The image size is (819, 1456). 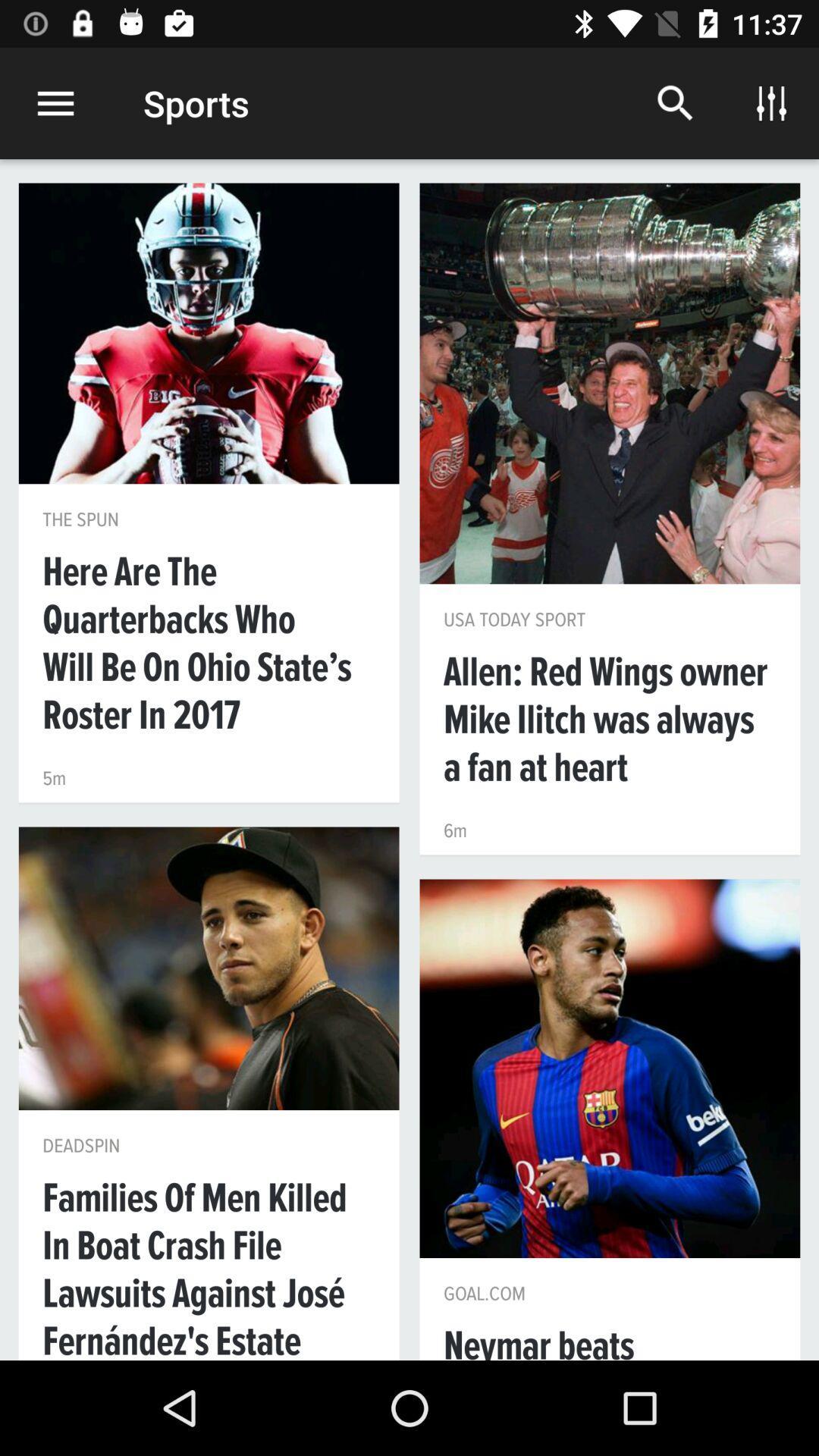 What do you see at coordinates (55, 102) in the screenshot?
I see `the item to the left of sports icon` at bounding box center [55, 102].